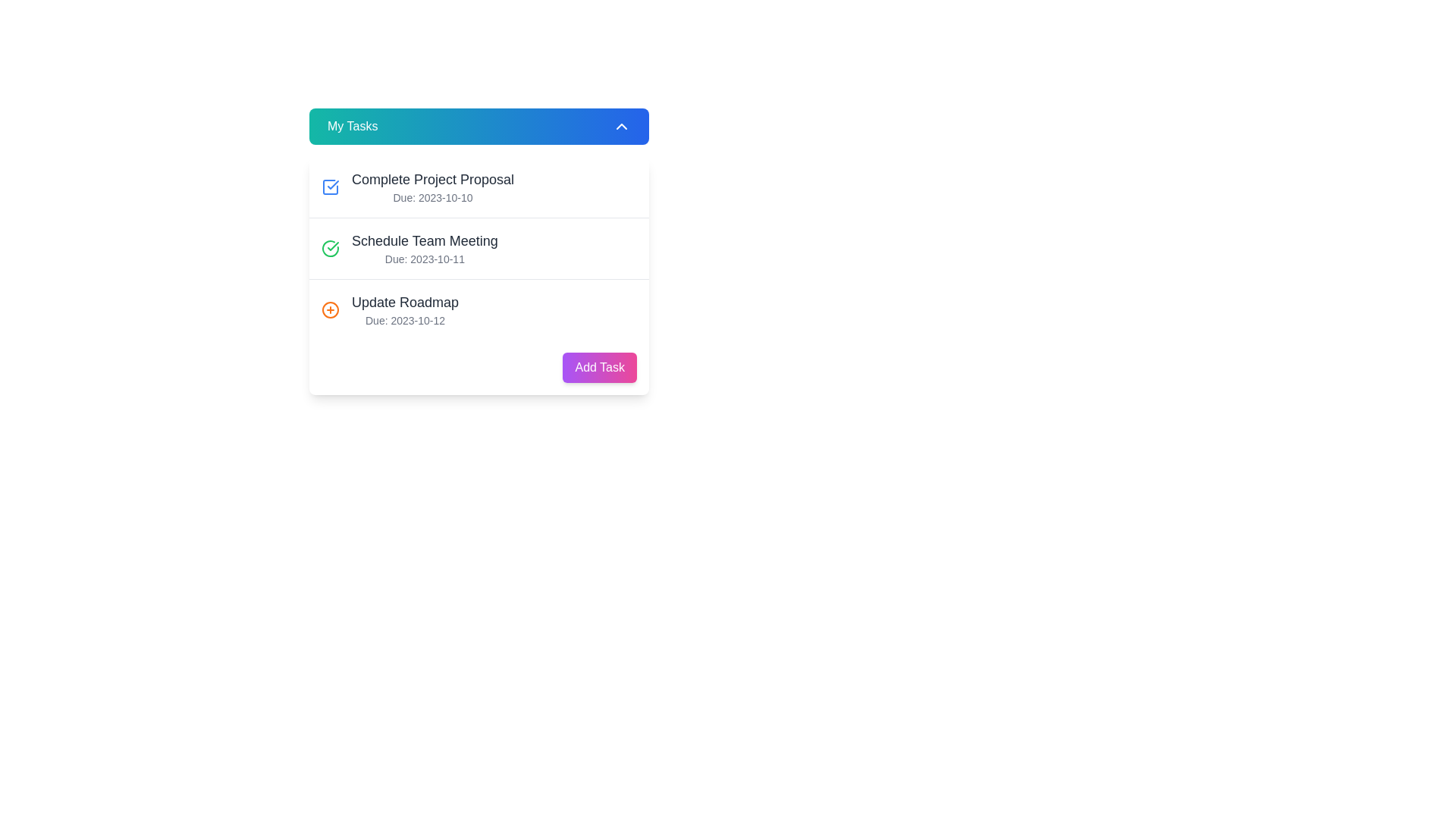 The width and height of the screenshot is (1456, 819). Describe the element at coordinates (330, 309) in the screenshot. I see `the SVG Circle icon that represents the associated task in the 'Update Roadmap' task row, located before the text description` at that location.